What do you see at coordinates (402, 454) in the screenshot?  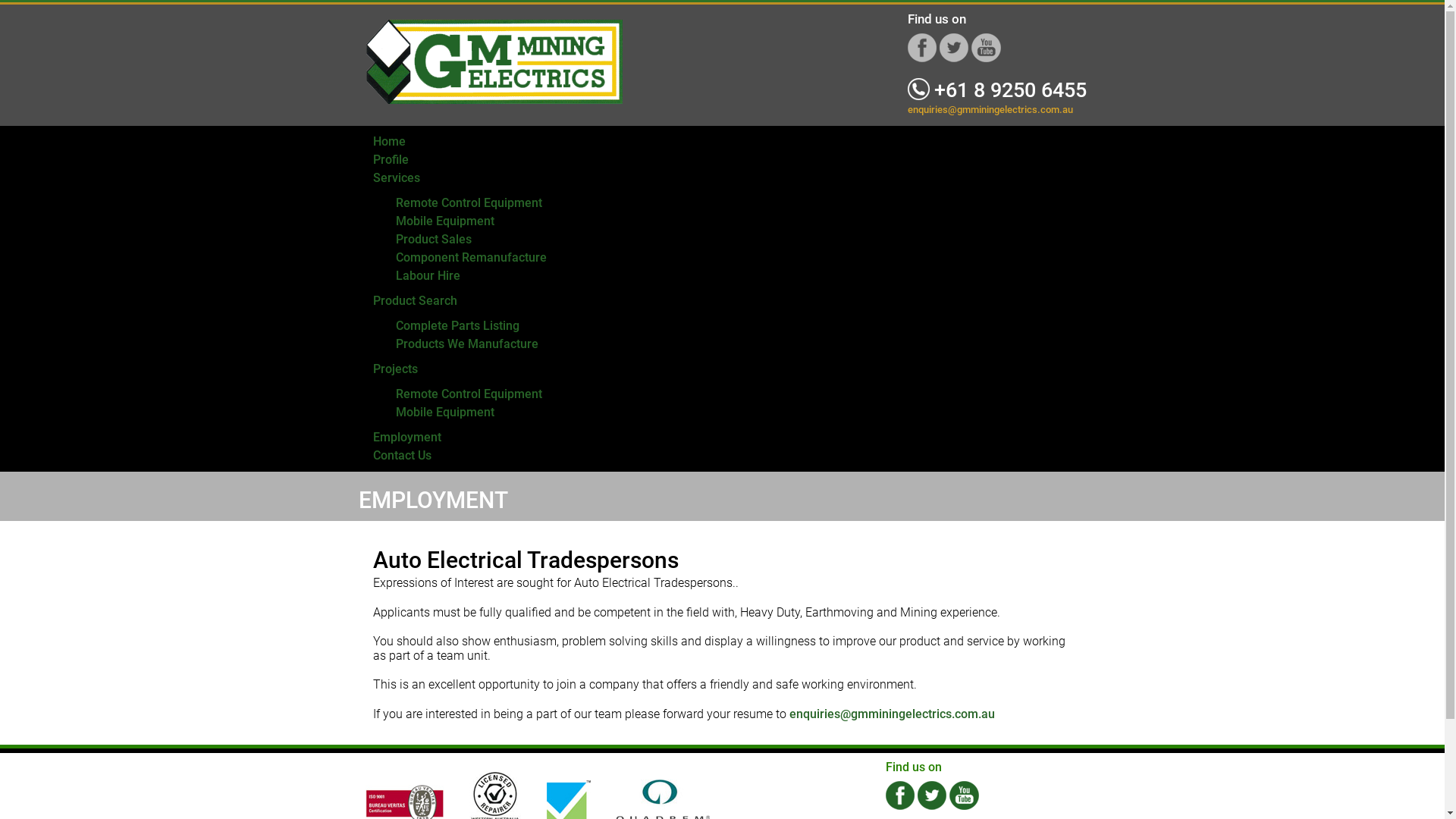 I see `'Contact Us'` at bounding box center [402, 454].